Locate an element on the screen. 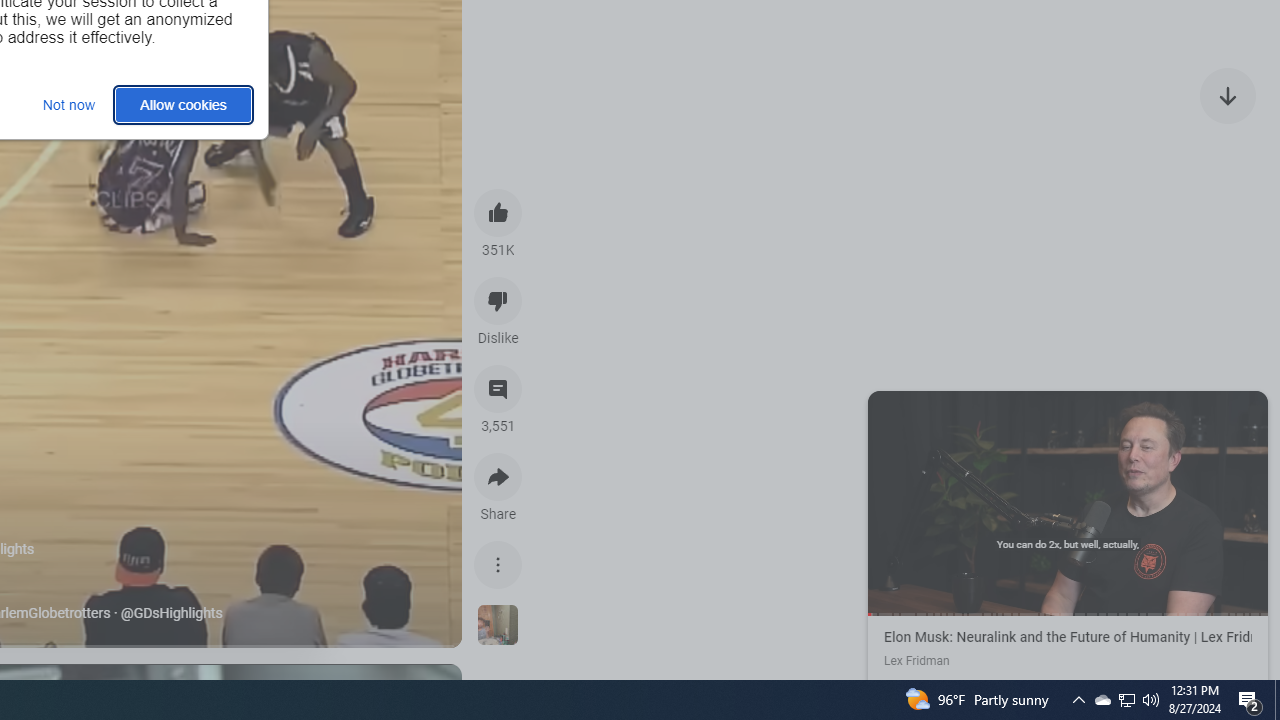  'Dislike this video' is located at coordinates (498, 300).